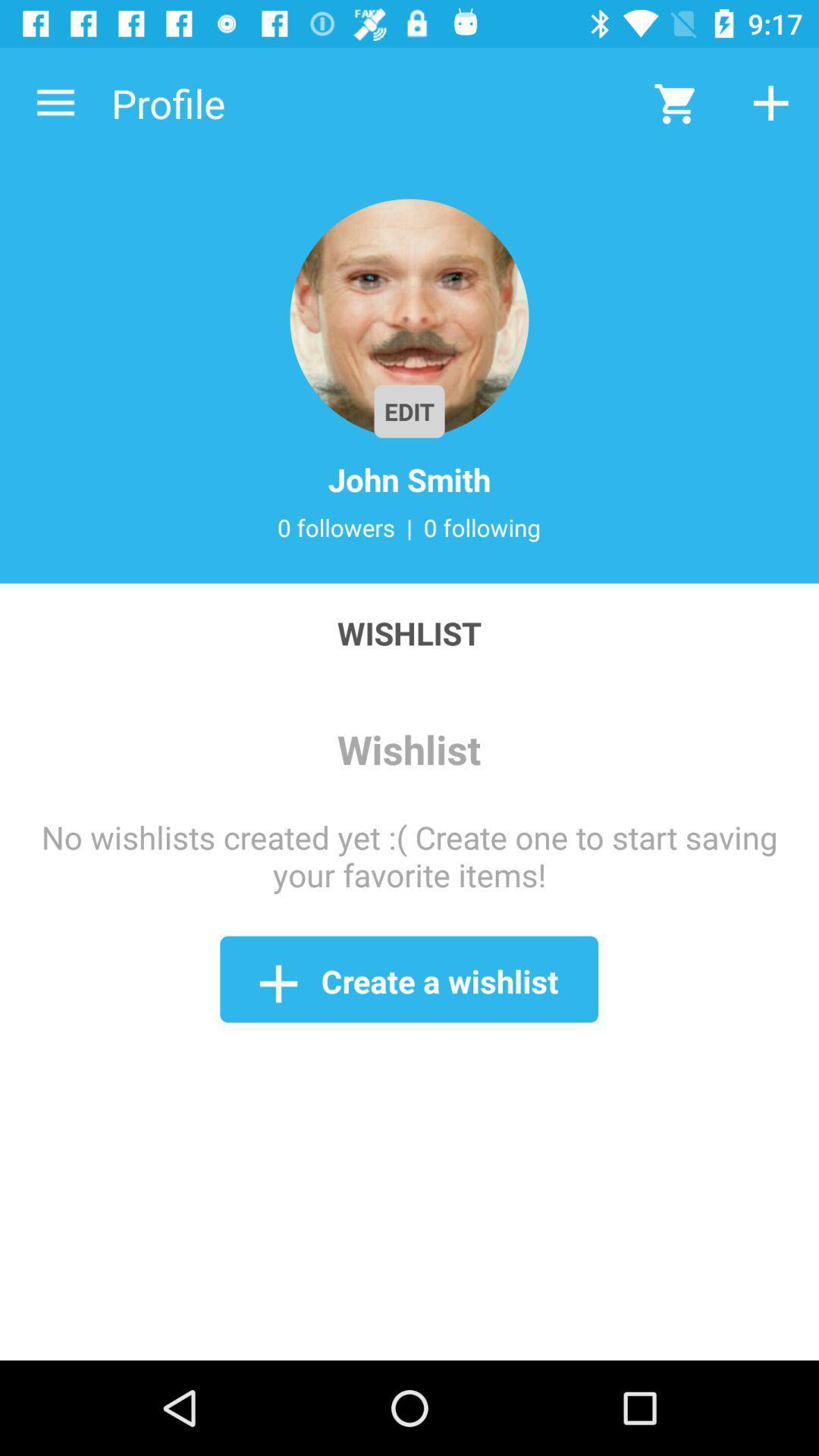 Image resolution: width=819 pixels, height=1456 pixels. What do you see at coordinates (335, 527) in the screenshot?
I see `the item to the left of the   |   item` at bounding box center [335, 527].